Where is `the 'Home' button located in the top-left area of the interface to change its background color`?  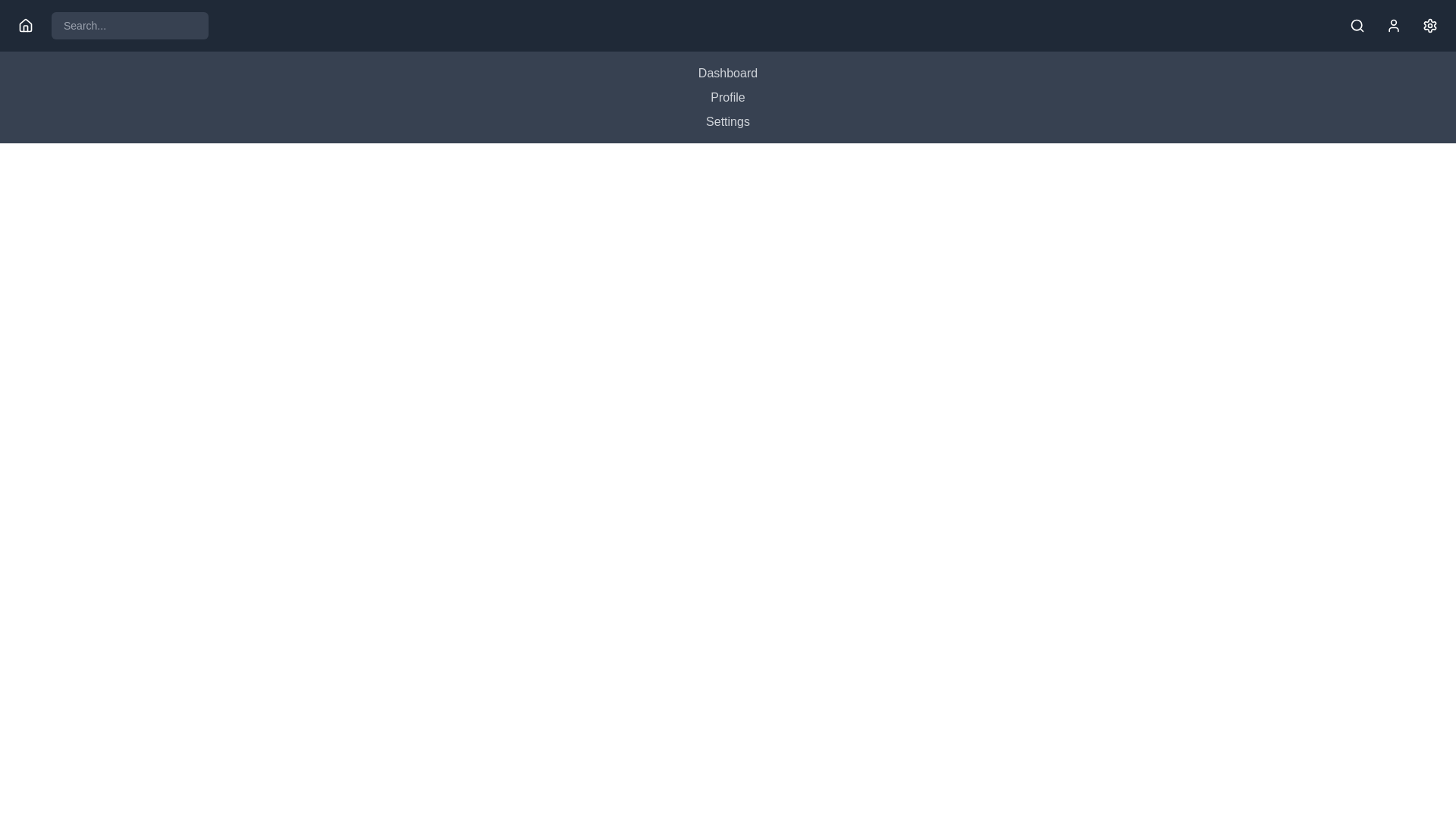
the 'Home' button located in the top-left area of the interface to change its background color is located at coordinates (25, 26).